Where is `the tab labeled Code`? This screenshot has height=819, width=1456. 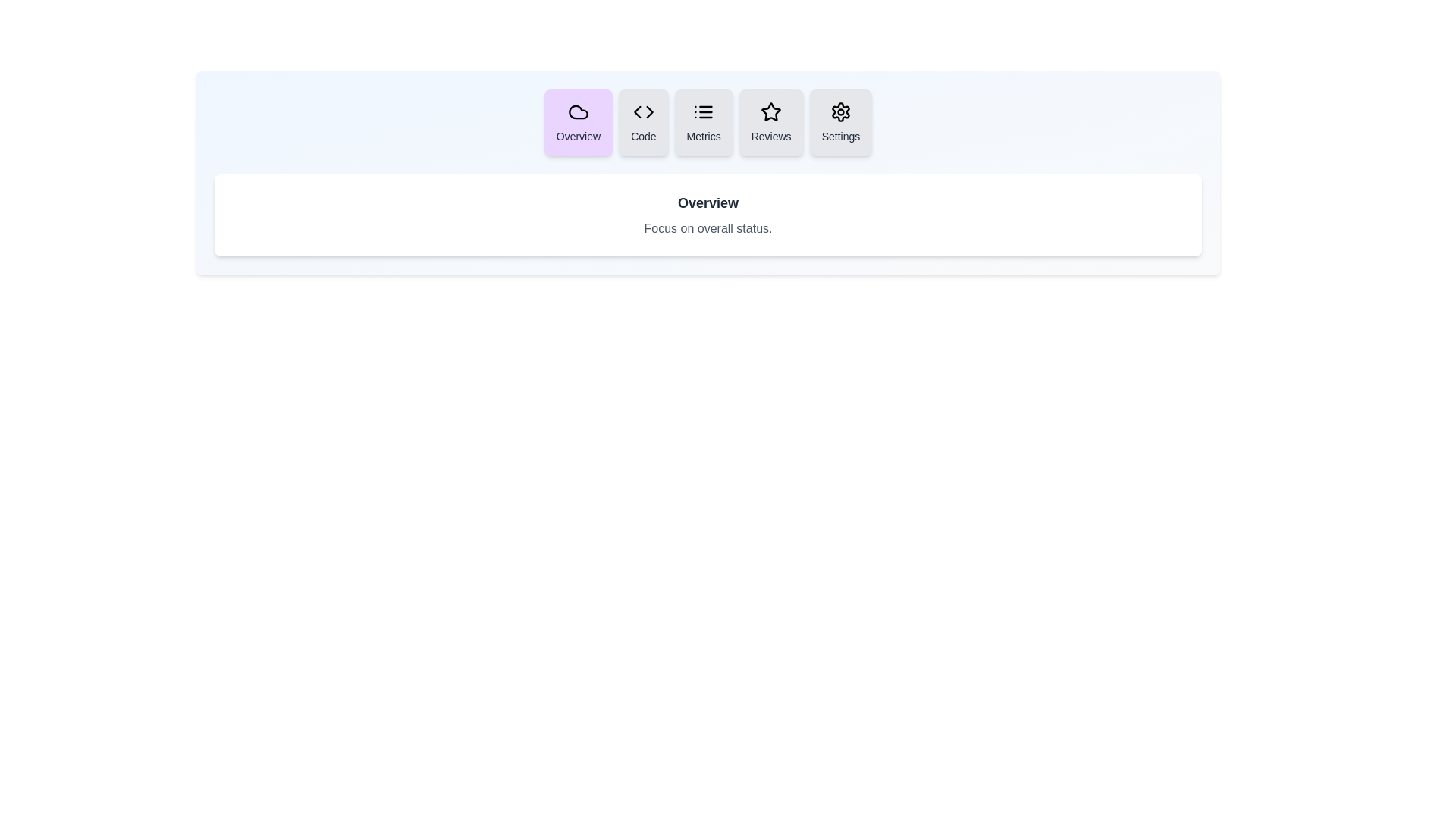
the tab labeled Code is located at coordinates (643, 122).